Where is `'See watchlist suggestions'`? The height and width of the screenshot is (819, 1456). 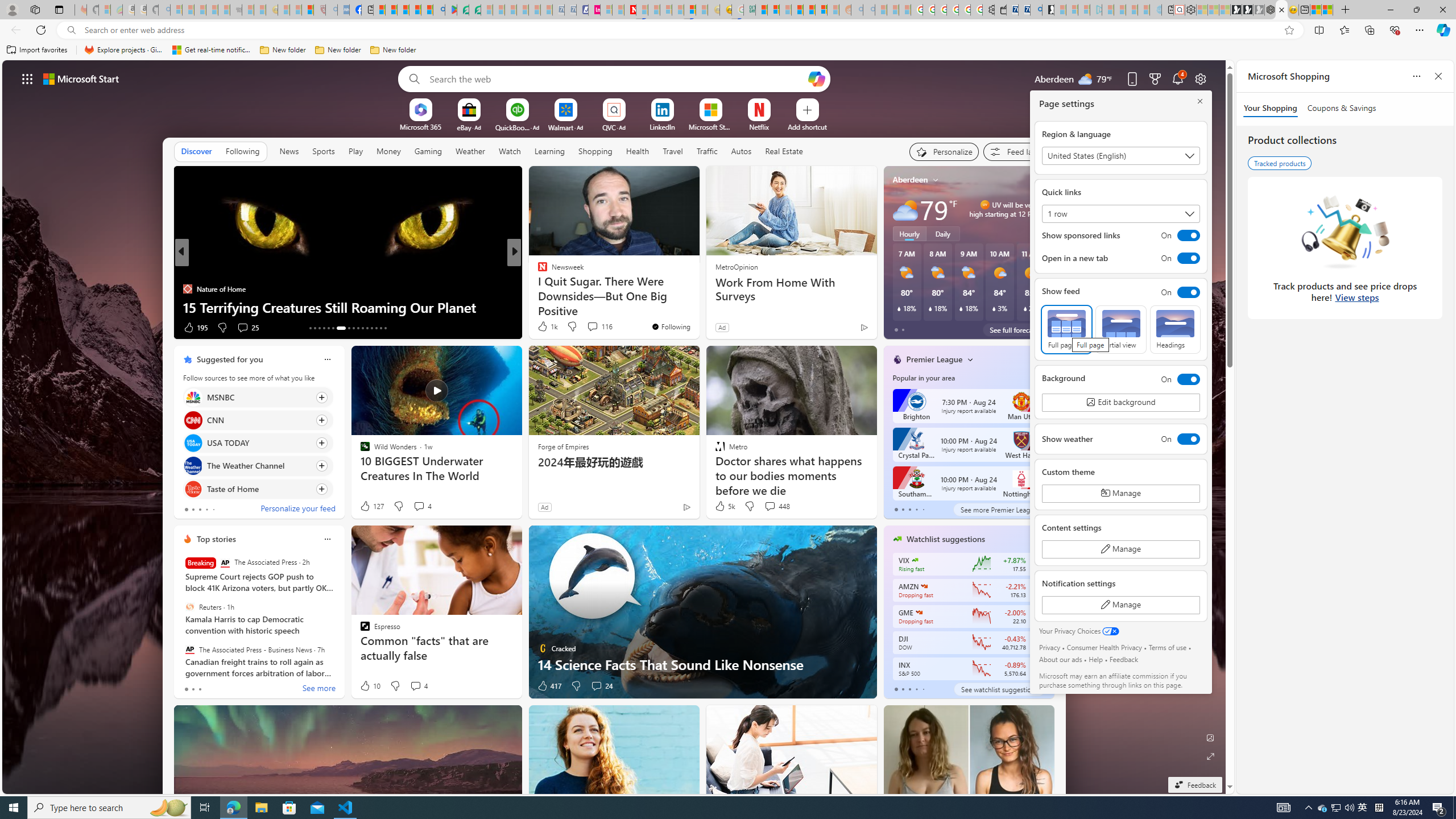
'See watchlist suggestions' is located at coordinates (999, 688).